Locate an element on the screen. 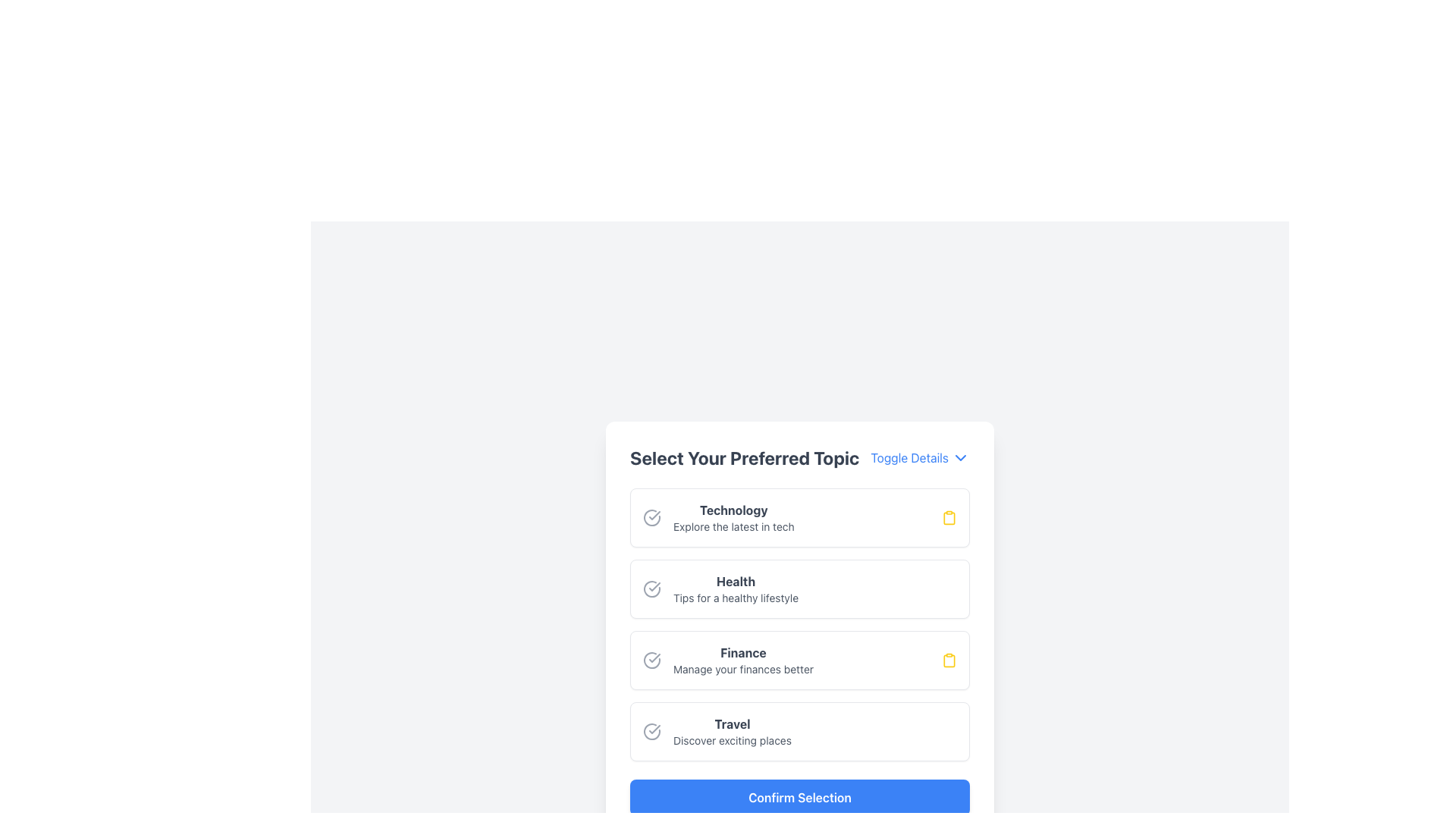 Image resolution: width=1456 pixels, height=819 pixels. the circular graphical pattern resembling a segment of a circle, which is located to the left of the 'Finance' topic in the list is located at coordinates (651, 660).